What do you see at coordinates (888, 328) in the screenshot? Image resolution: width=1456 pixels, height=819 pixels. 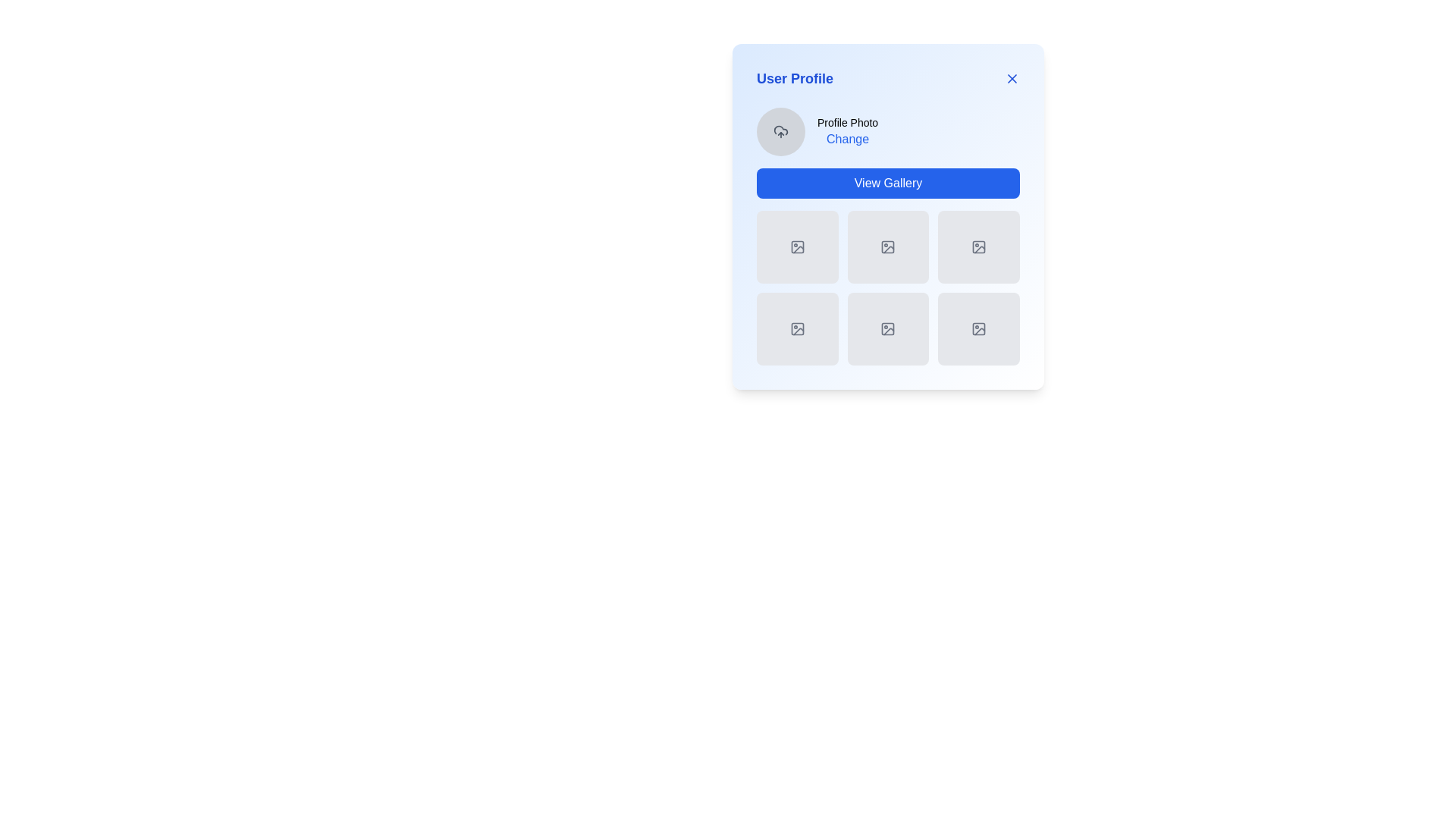 I see `the static visual placeholder located in the second row and second column of the grid layout below the 'View Gallery' button in the 'User Profile' pane` at bounding box center [888, 328].